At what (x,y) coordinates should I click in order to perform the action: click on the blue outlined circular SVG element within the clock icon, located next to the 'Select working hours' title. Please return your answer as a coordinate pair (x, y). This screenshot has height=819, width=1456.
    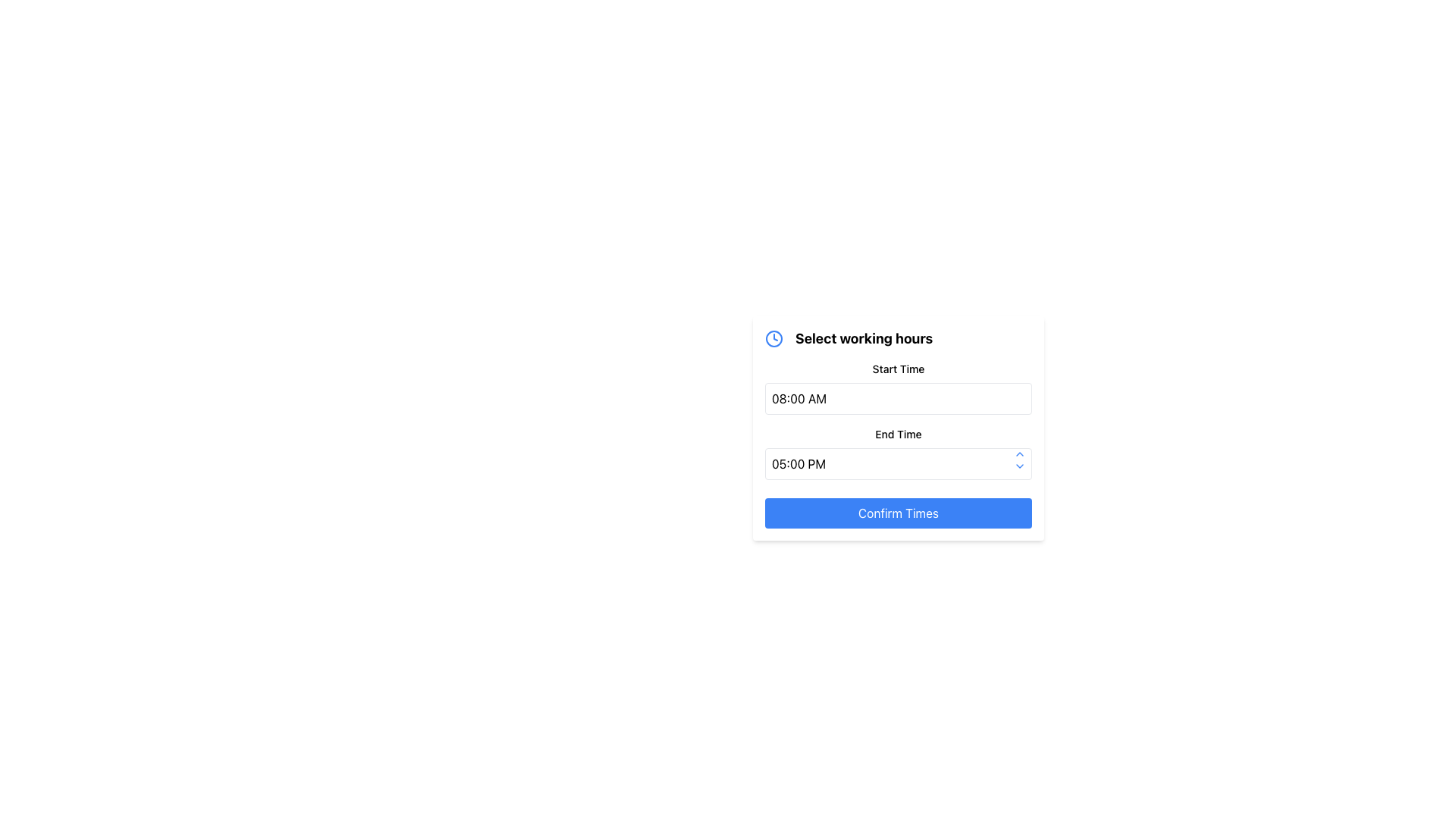
    Looking at the image, I should click on (774, 338).